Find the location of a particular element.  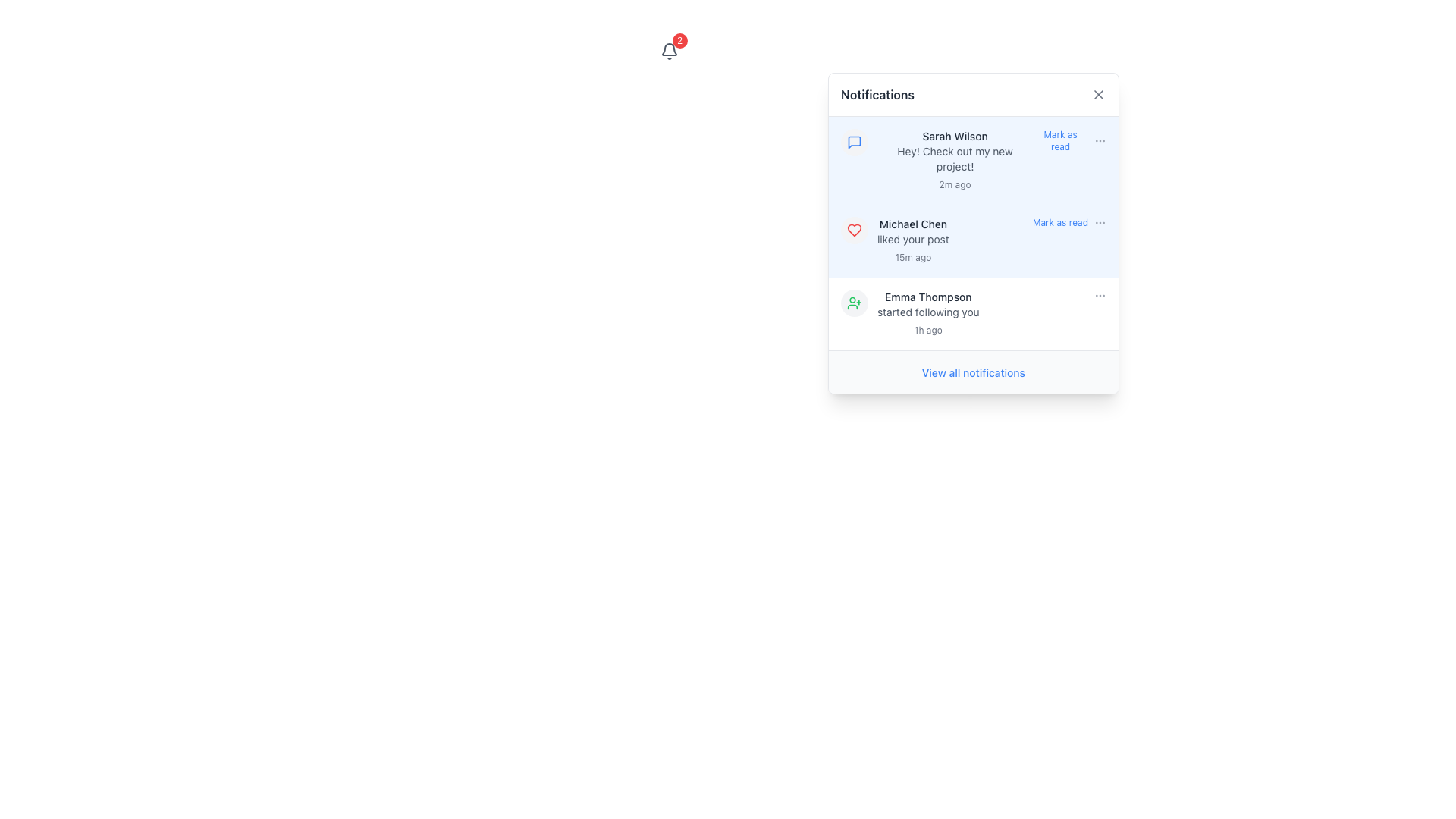

static text label displaying the user name 'Michael Chen' in the notification panel, which is located above the text 'liked your post' and '15m ago' is located at coordinates (912, 224).